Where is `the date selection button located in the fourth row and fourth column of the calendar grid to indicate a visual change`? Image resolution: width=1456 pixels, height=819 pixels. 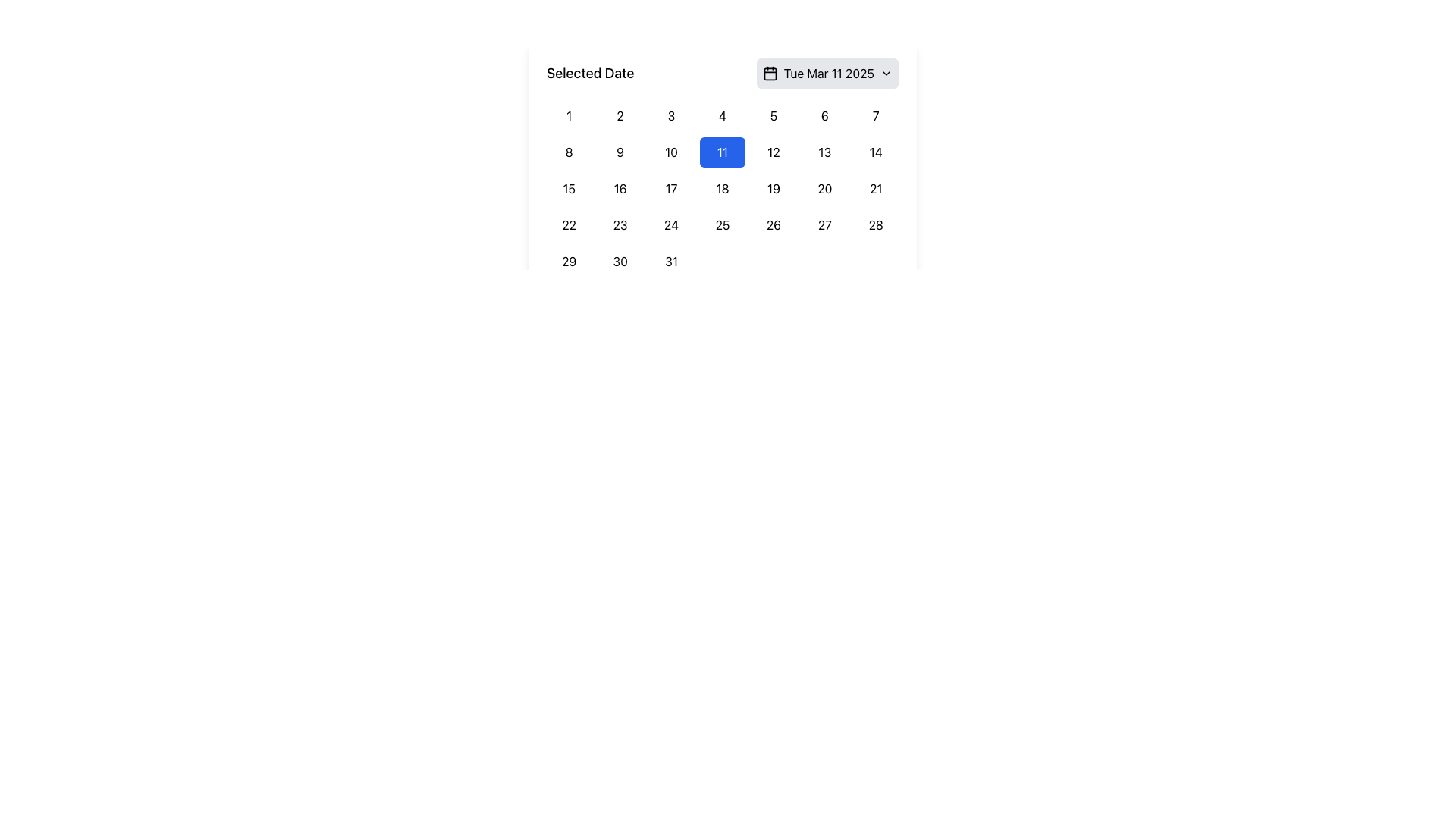
the date selection button located in the fourth row and fourth column of the calendar grid to indicate a visual change is located at coordinates (670, 225).